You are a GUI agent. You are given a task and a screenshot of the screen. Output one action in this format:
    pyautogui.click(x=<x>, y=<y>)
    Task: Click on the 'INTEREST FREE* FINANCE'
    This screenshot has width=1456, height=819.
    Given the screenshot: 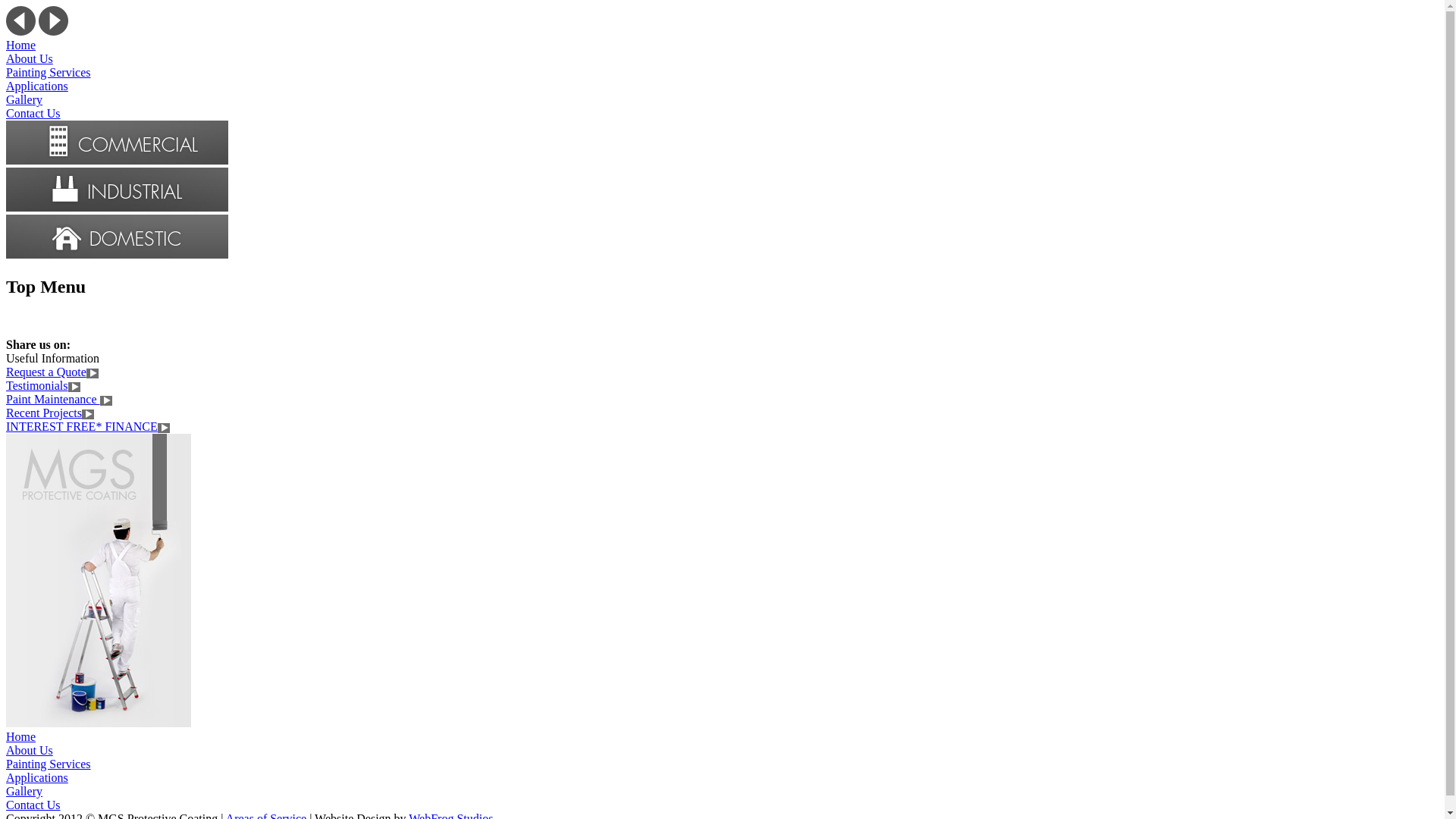 What is the action you would take?
    pyautogui.click(x=81, y=426)
    